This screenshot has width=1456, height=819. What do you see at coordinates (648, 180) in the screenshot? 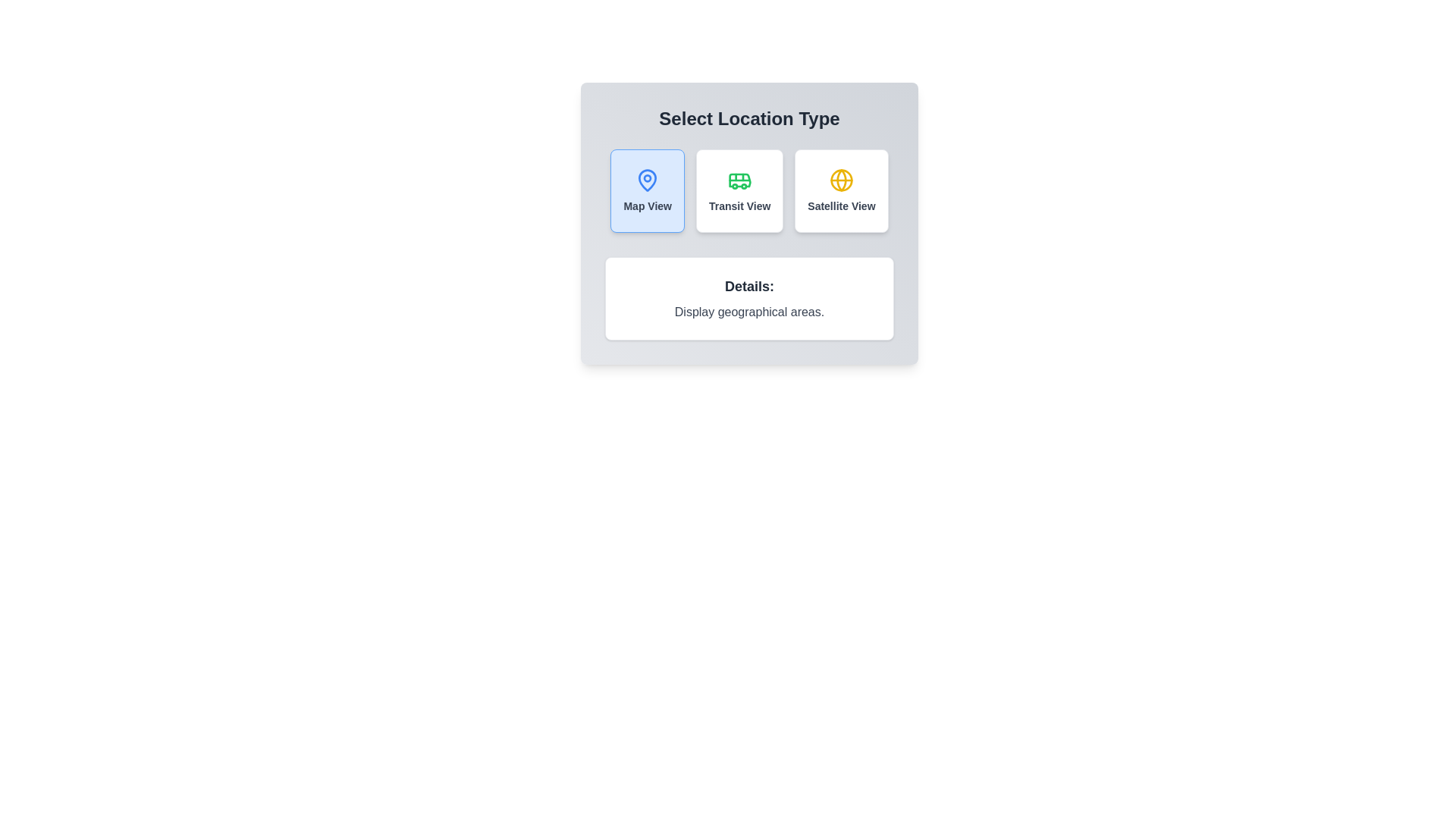
I see `the blue location pin icon with rounded edges located at the top center of the 'Map View' region` at bounding box center [648, 180].